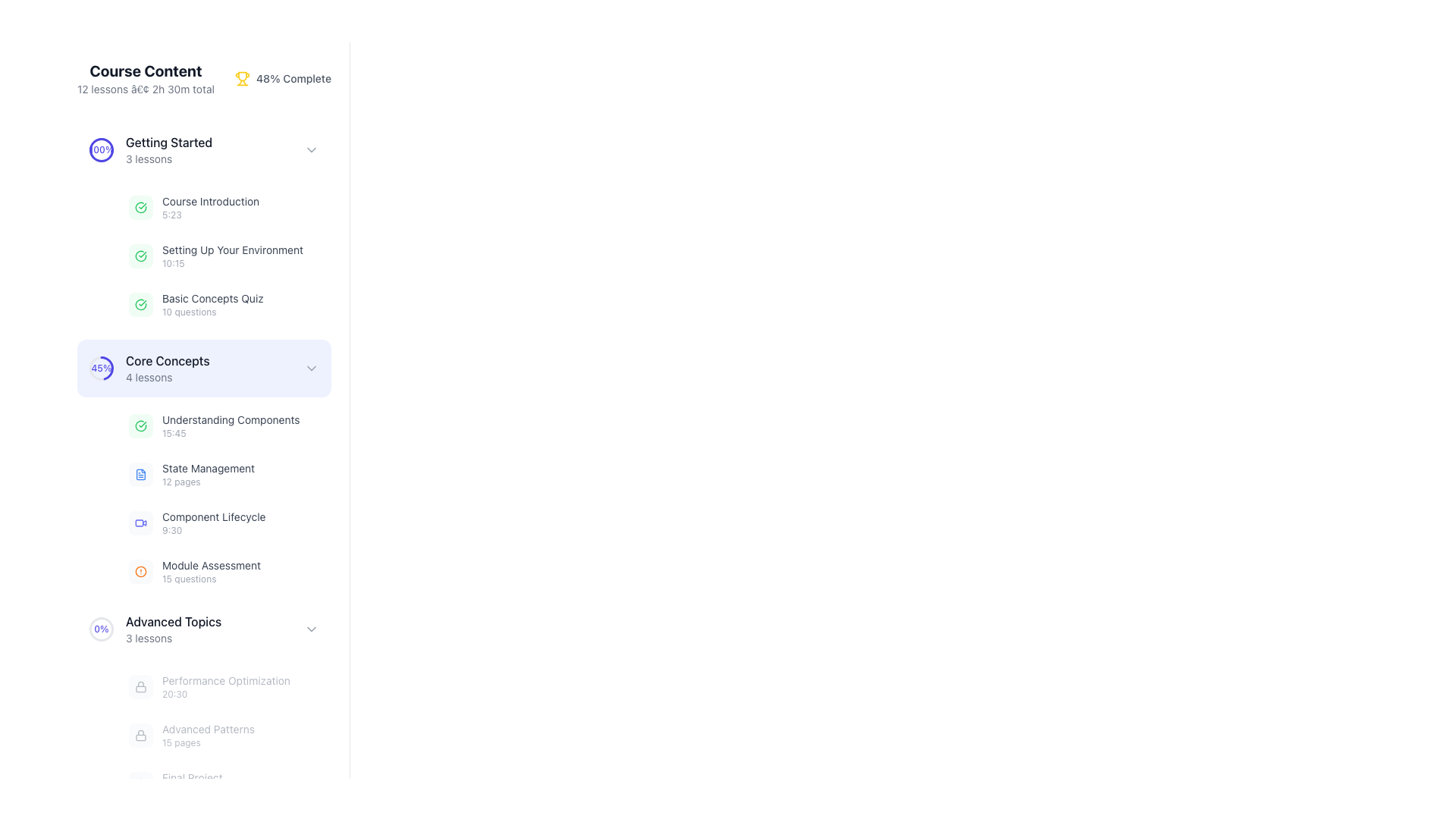 The width and height of the screenshot is (1456, 819). What do you see at coordinates (311, 629) in the screenshot?
I see `the chevron toggle button for expanding or collapsing the submenu related to 'Advanced Topics'` at bounding box center [311, 629].